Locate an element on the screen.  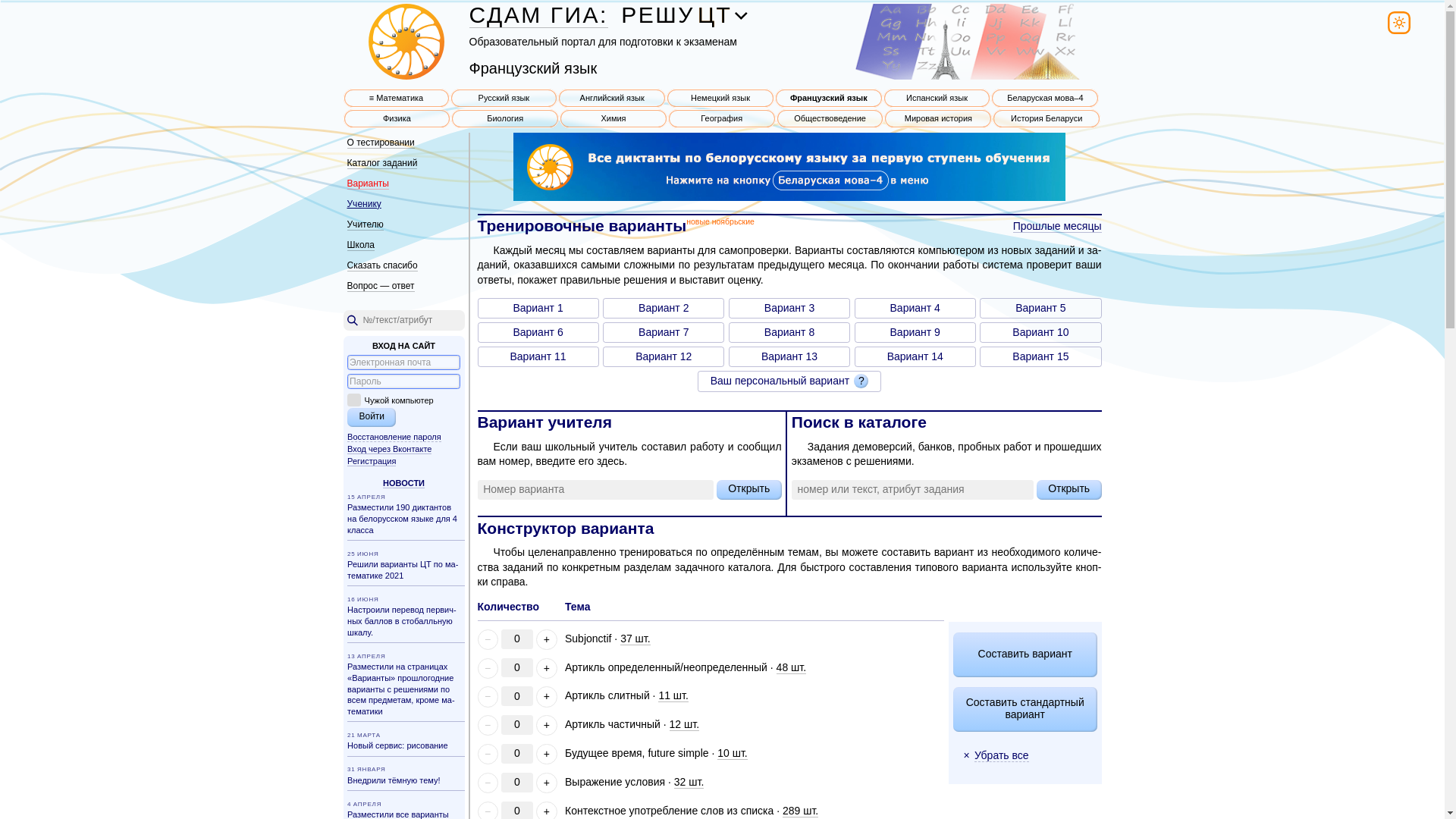
'+' is located at coordinates (535, 667).